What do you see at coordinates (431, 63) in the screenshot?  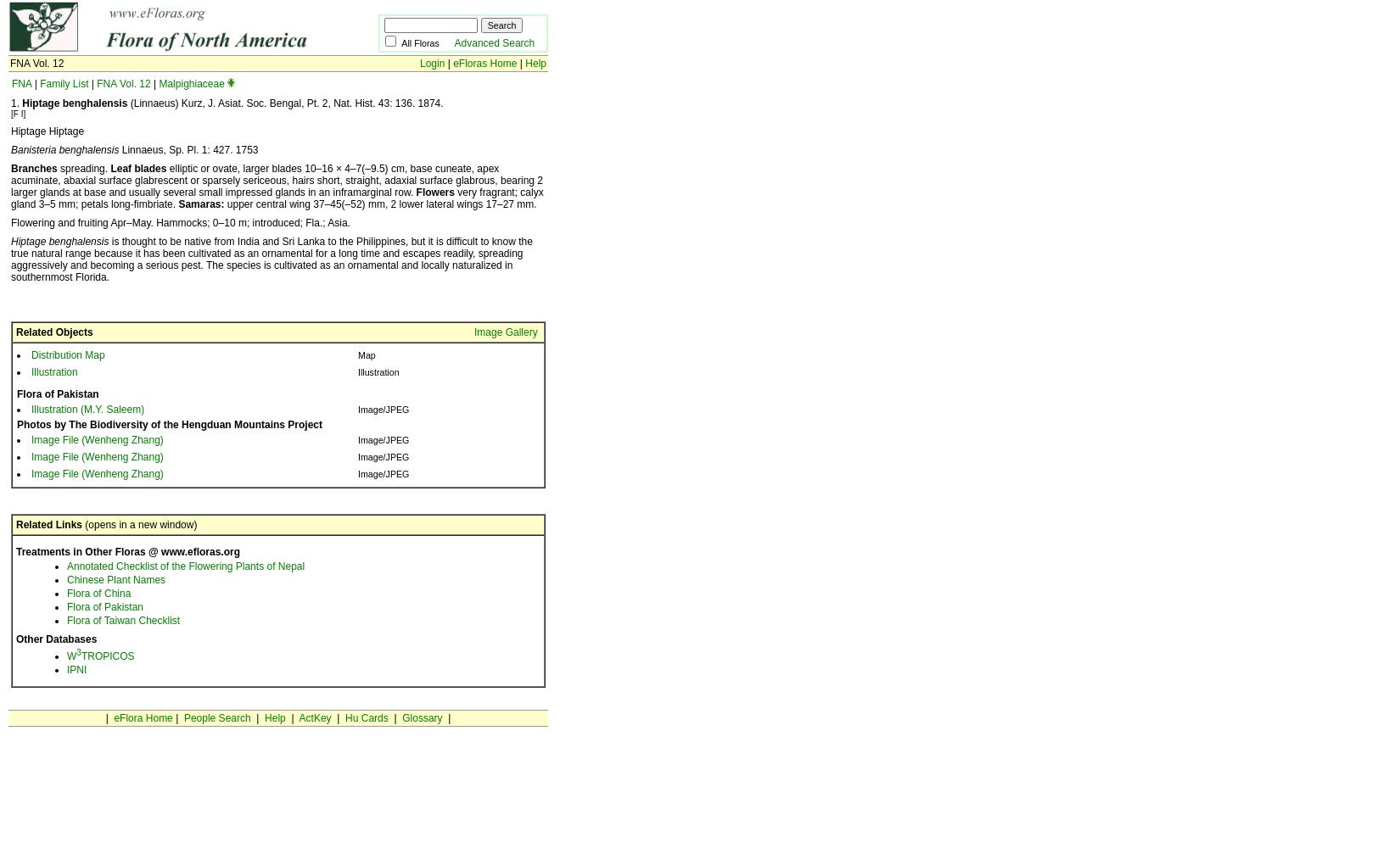 I see `'Login'` at bounding box center [431, 63].